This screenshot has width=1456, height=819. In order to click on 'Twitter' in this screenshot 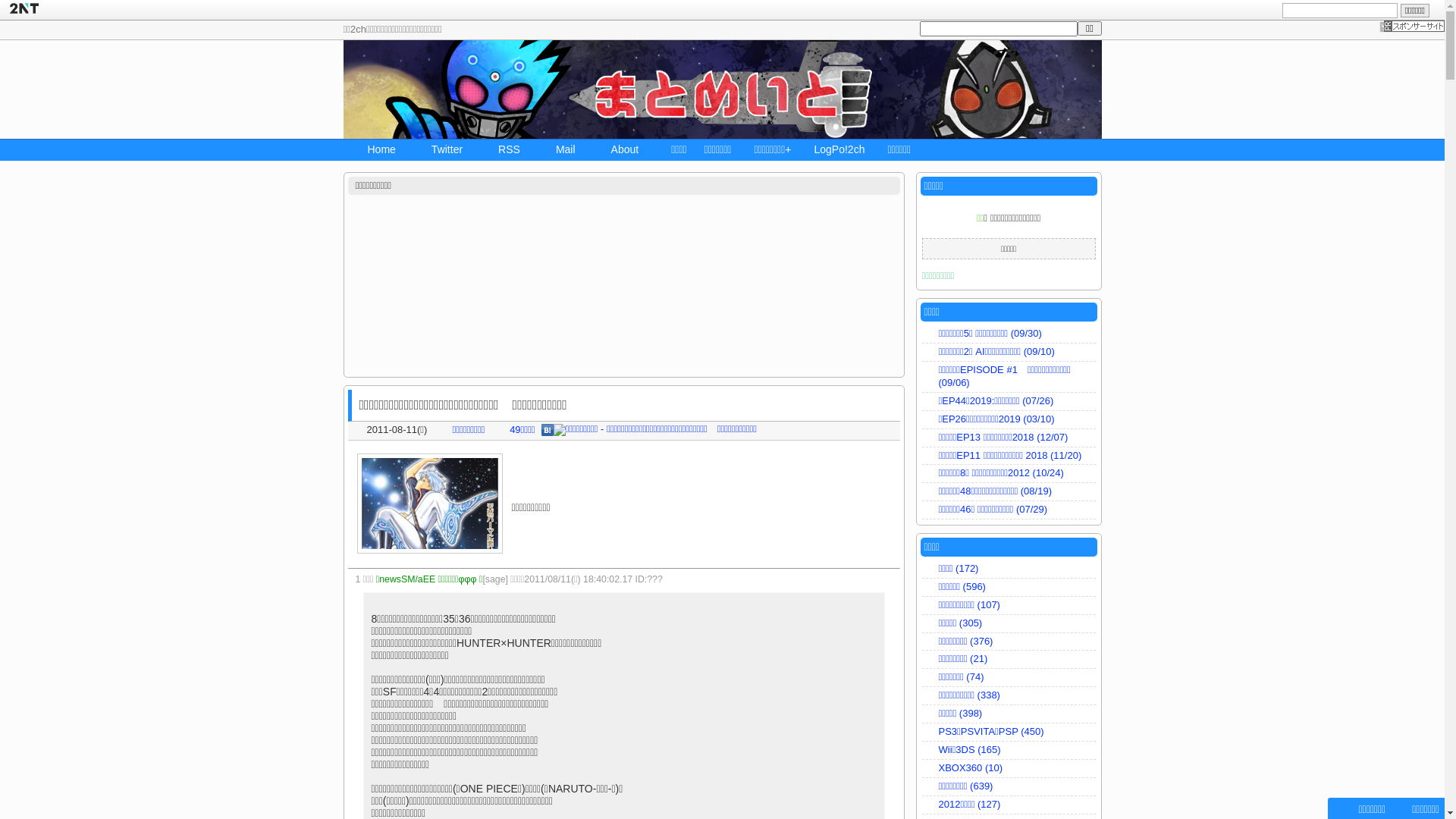, I will do `click(439, 151)`.